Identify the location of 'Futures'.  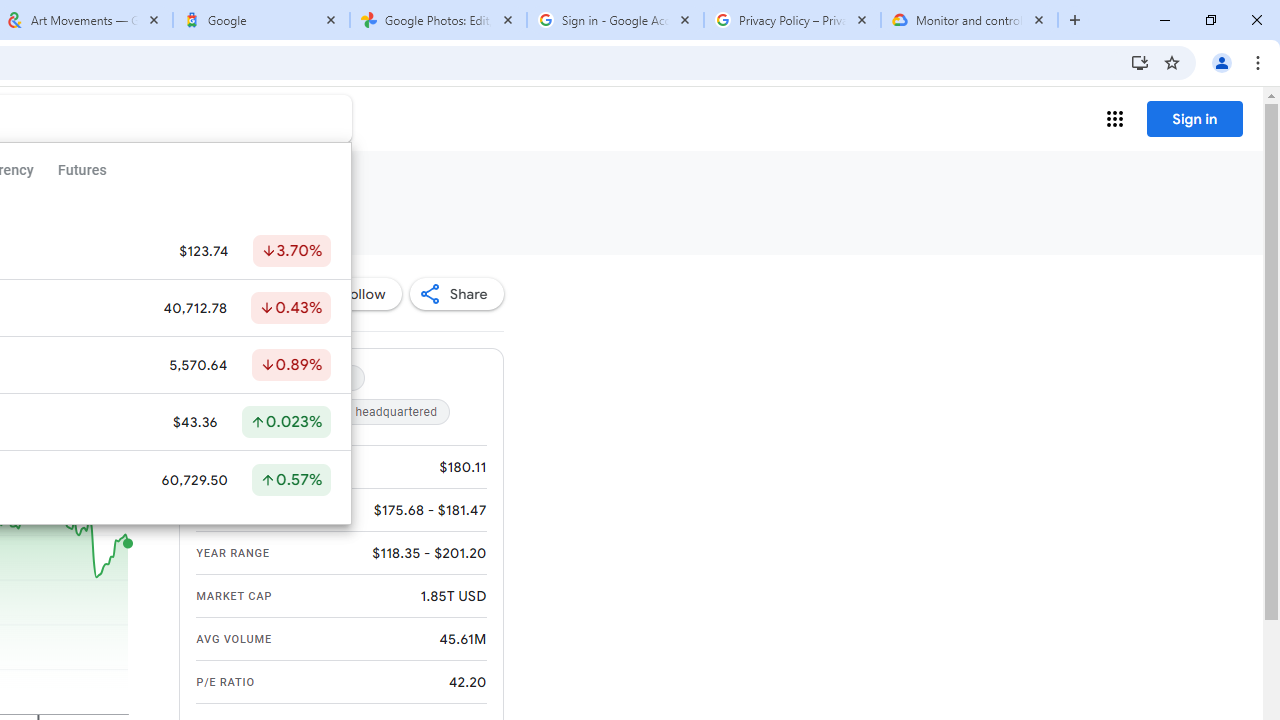
(80, 170).